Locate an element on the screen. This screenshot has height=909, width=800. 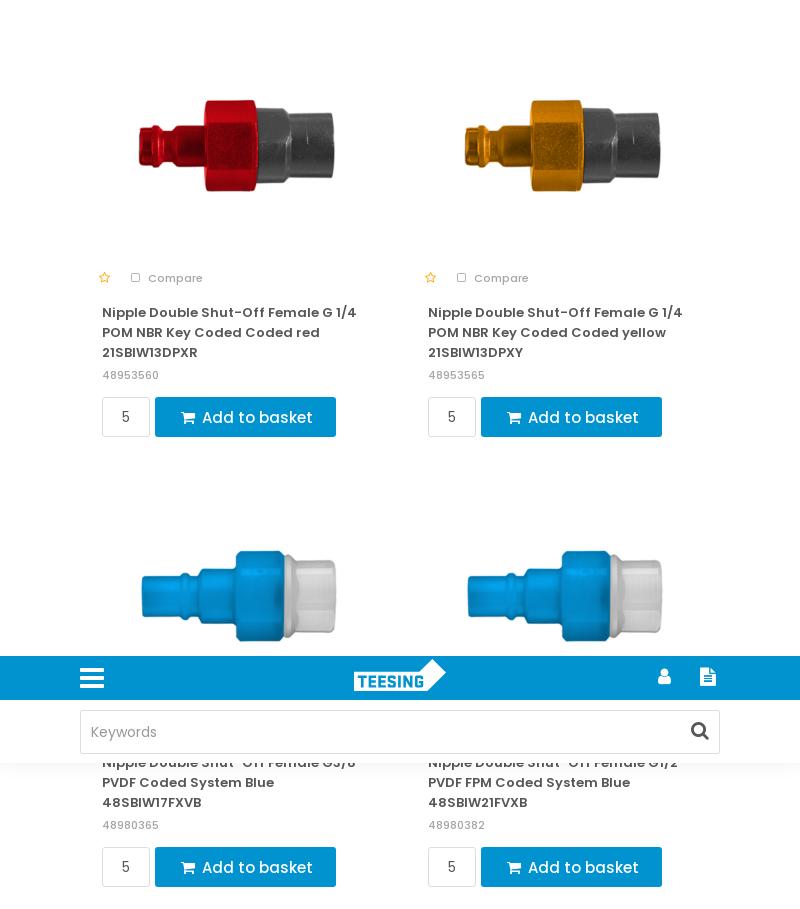
'.' is located at coordinates (419, 109).